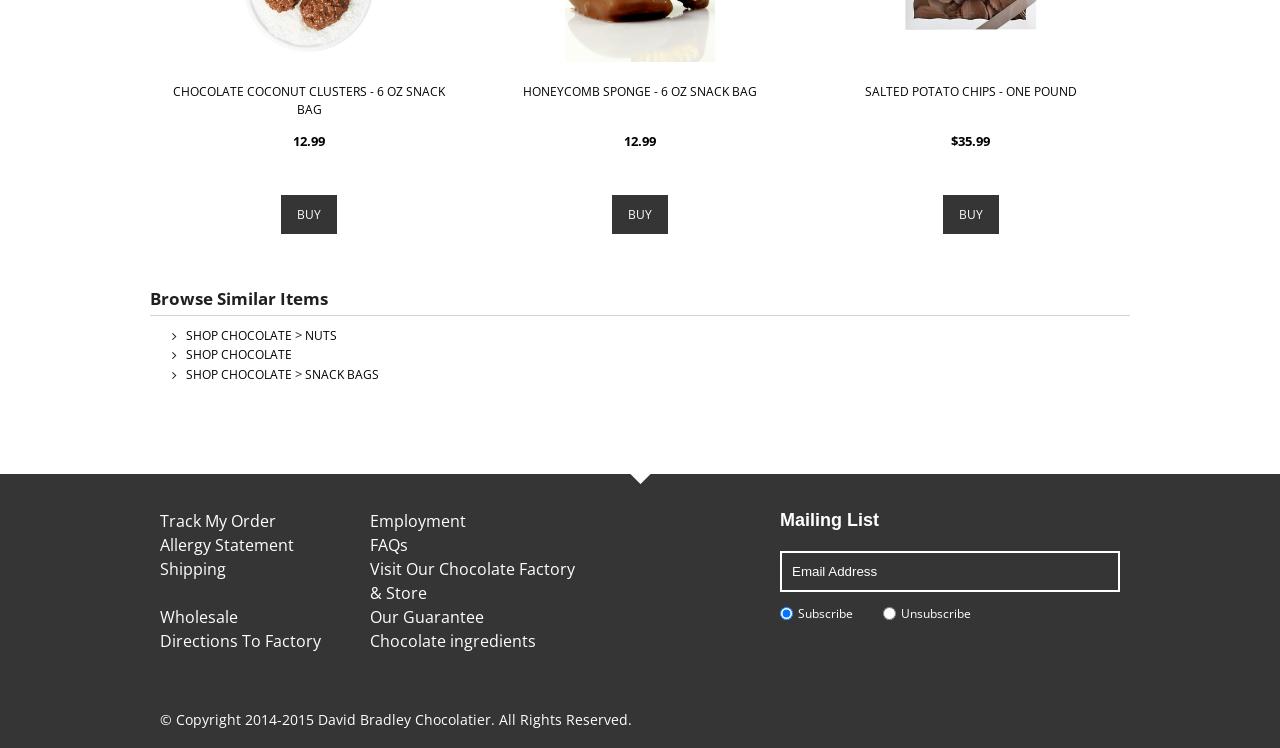 Image resolution: width=1280 pixels, height=748 pixels. Describe the element at coordinates (226, 543) in the screenshot. I see `'Allergy Statement'` at that location.